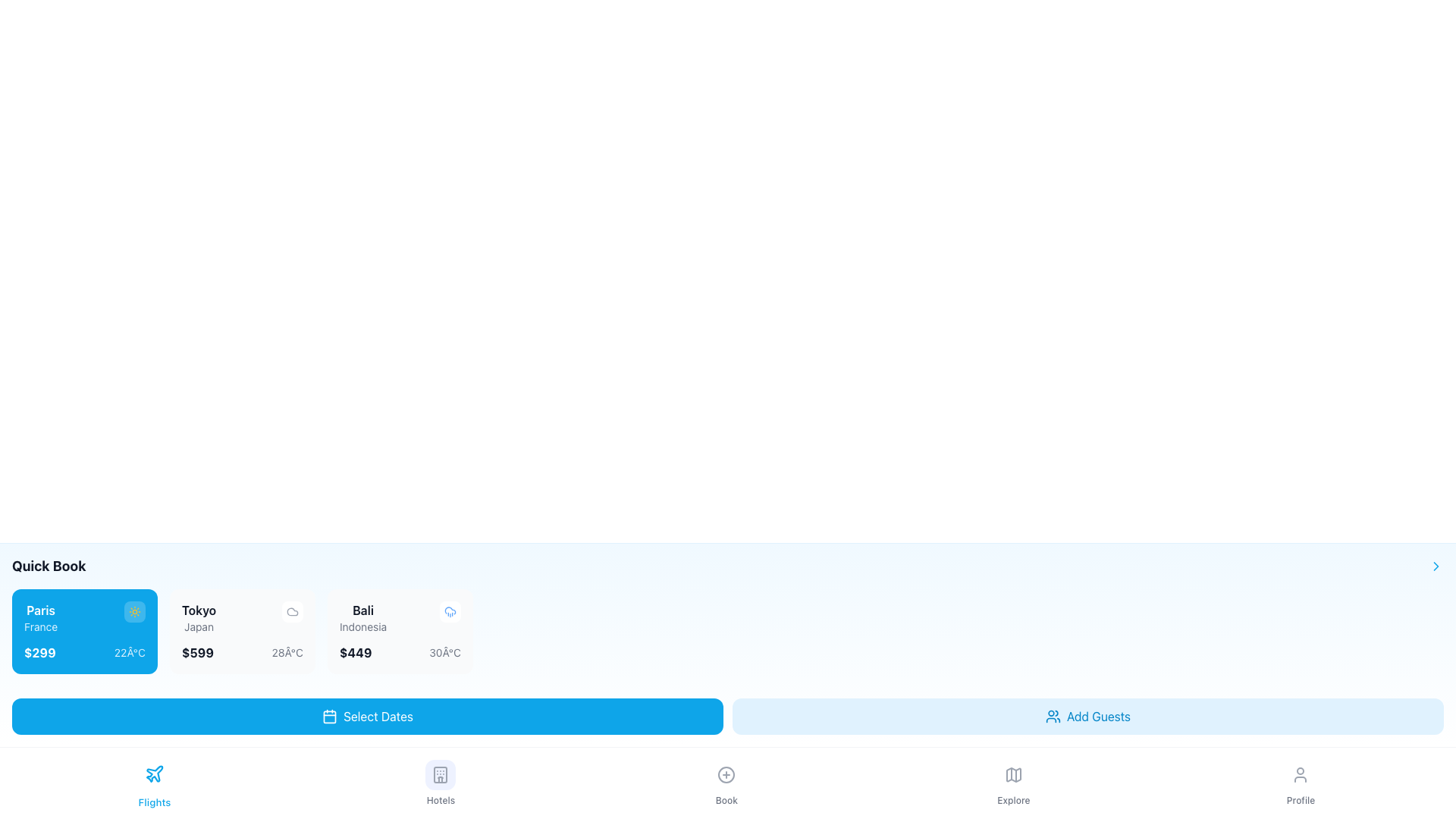 Image resolution: width=1456 pixels, height=819 pixels. I want to click on the text label displaying 'Indonesia', which is located directly below the text 'Bali' in a card-like layout of destination details, so click(362, 626).